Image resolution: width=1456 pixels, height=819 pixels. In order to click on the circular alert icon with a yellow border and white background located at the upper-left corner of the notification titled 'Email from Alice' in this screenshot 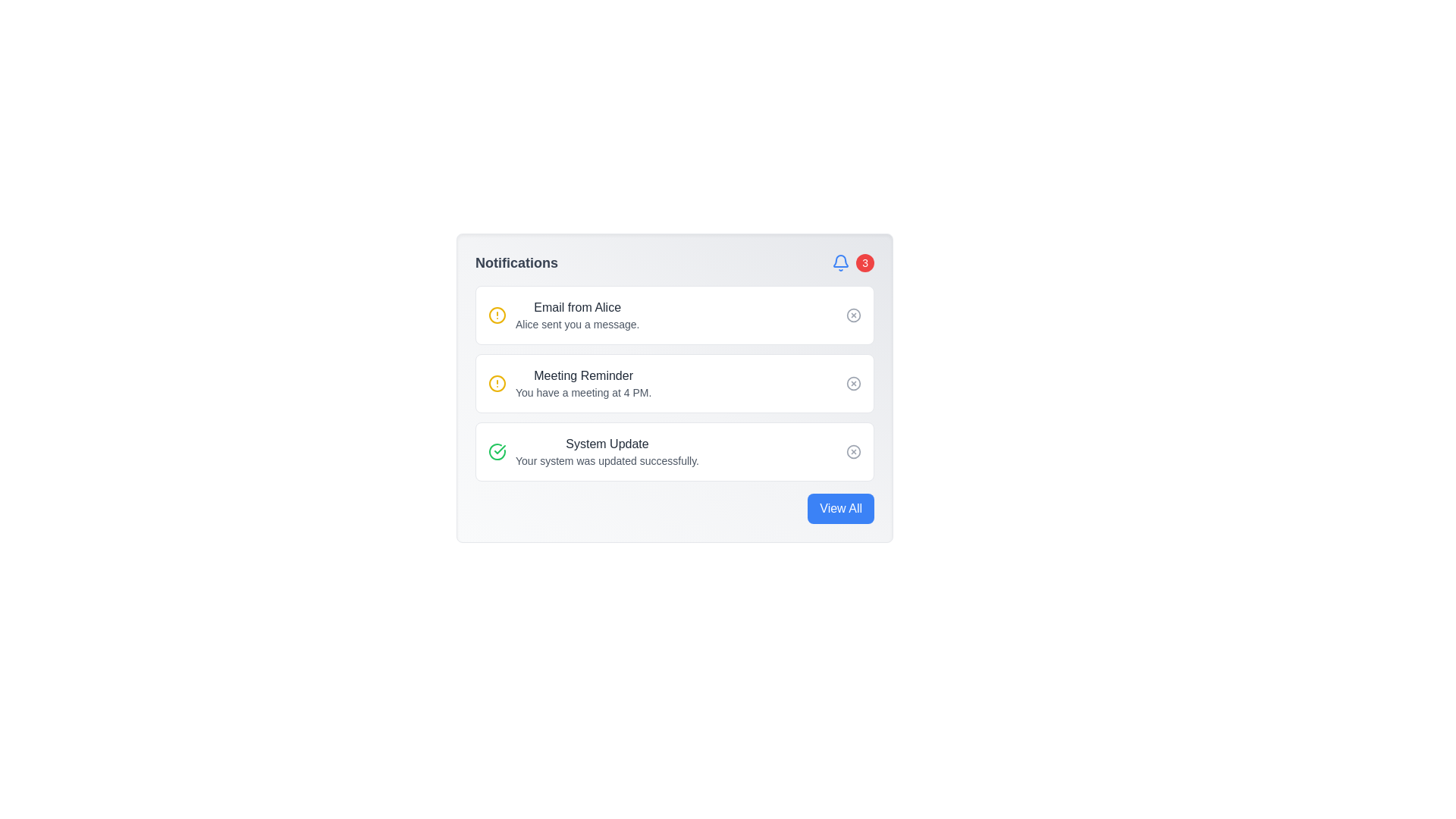, I will do `click(497, 315)`.